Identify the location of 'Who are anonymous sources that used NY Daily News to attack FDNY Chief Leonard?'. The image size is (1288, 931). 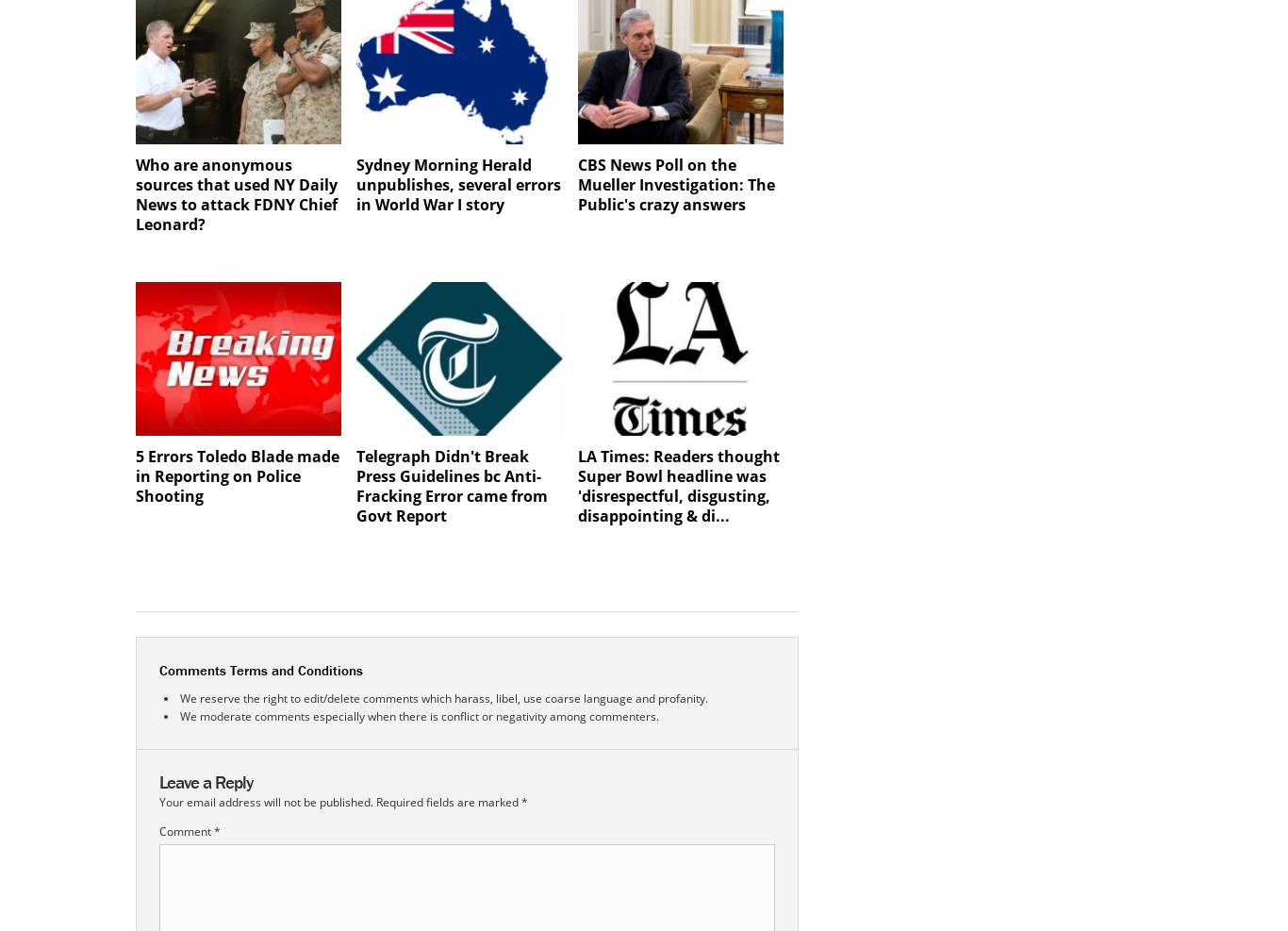
(236, 193).